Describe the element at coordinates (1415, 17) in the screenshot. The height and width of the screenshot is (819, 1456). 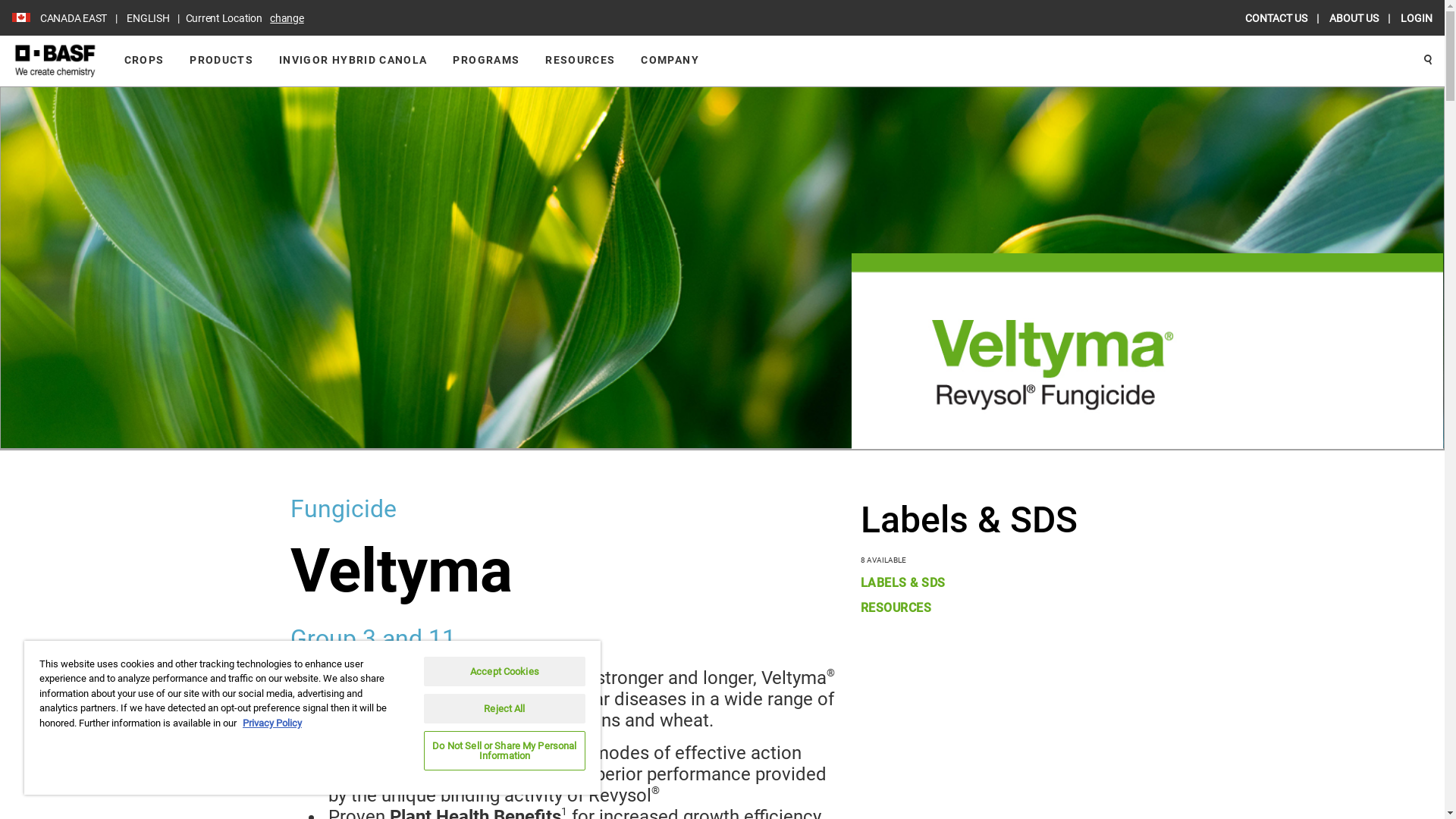
I see `'LOGIN'` at that location.